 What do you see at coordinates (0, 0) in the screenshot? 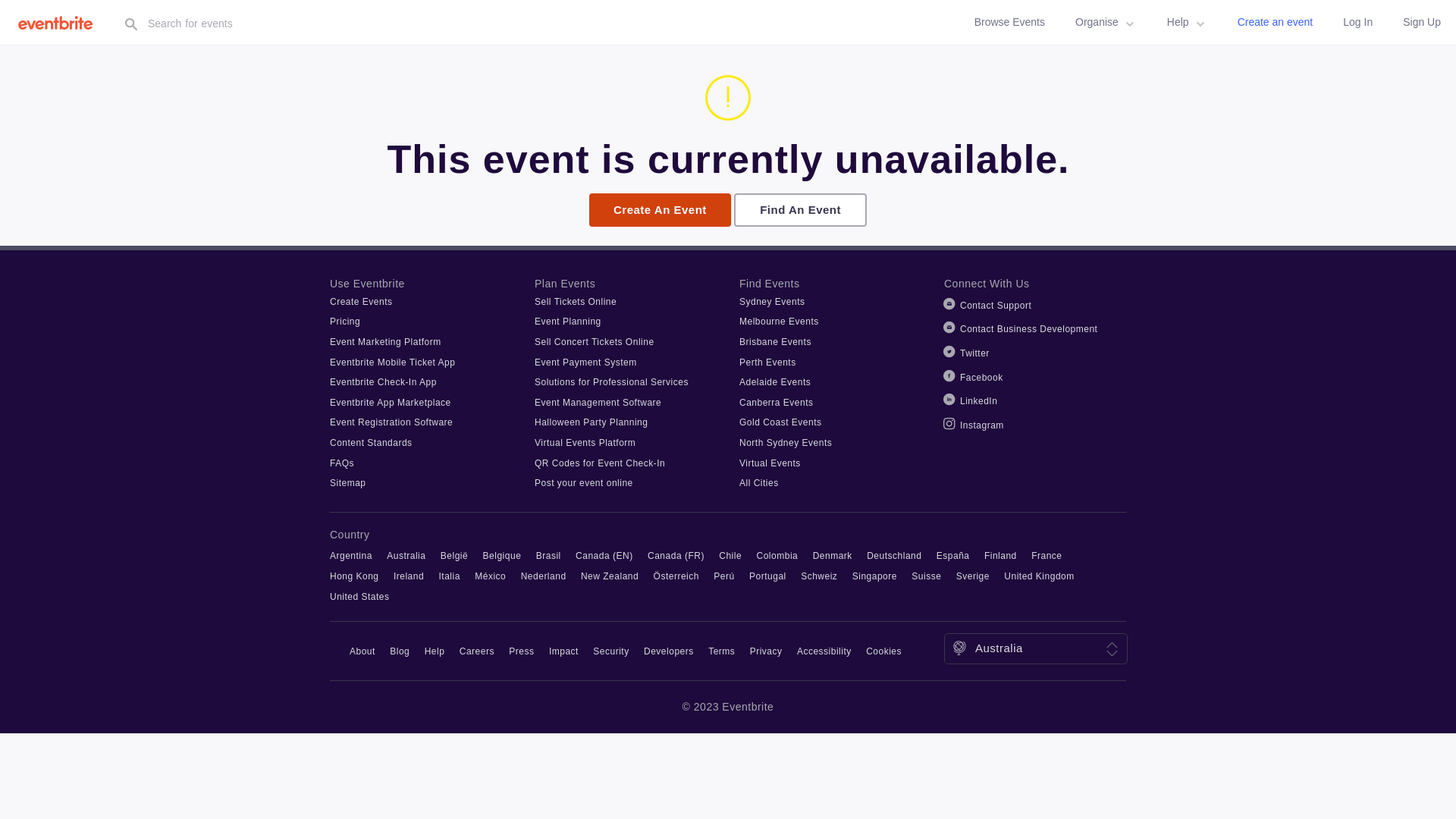
I see `'Skip Main Navigation'` at bounding box center [0, 0].